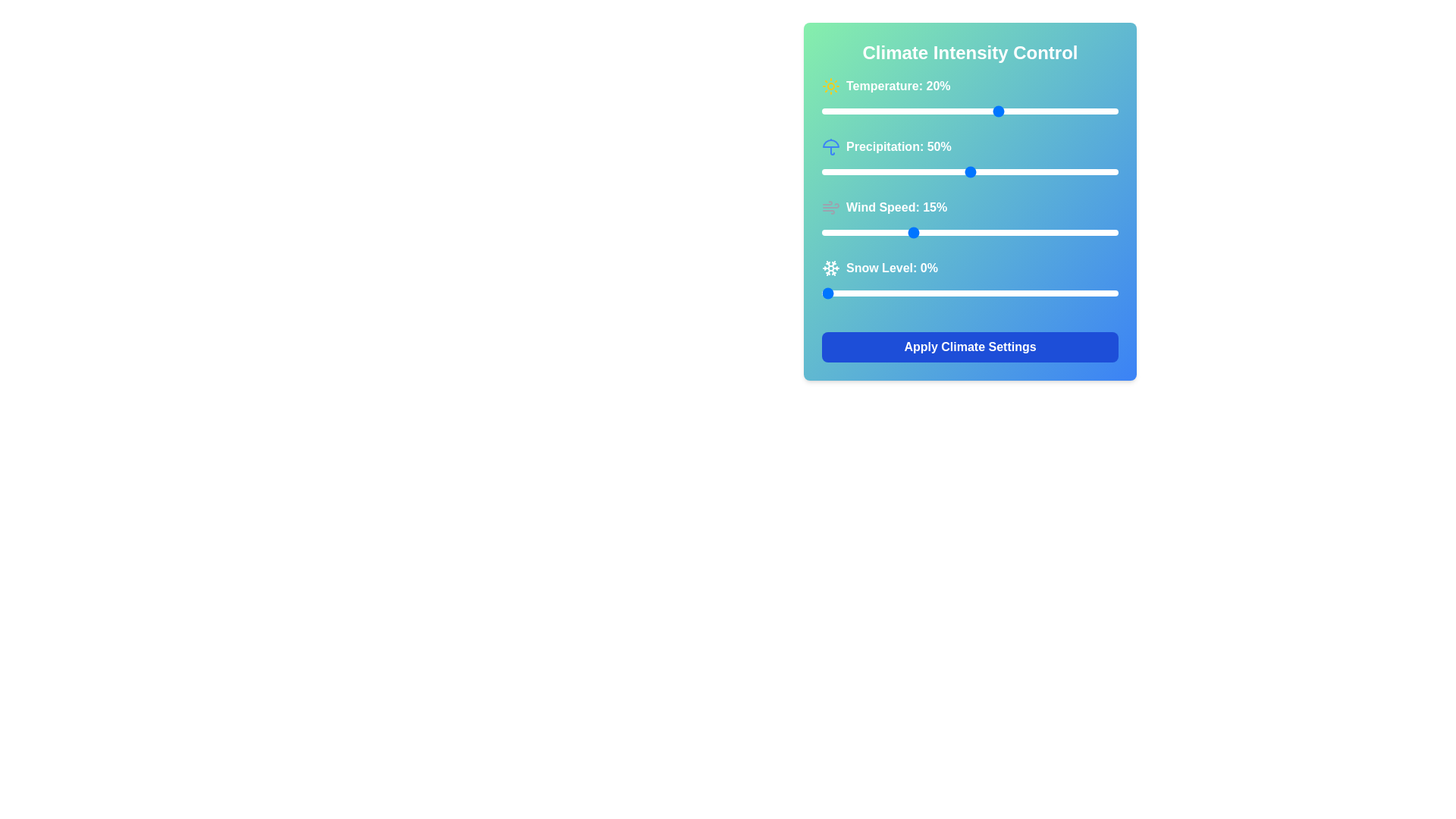 This screenshot has height=819, width=1456. I want to click on the snowflake icon, which is a white SVG icon located in the 'Snow Level' row, to the left of the text 'Snow Level: 0%', so click(830, 268).